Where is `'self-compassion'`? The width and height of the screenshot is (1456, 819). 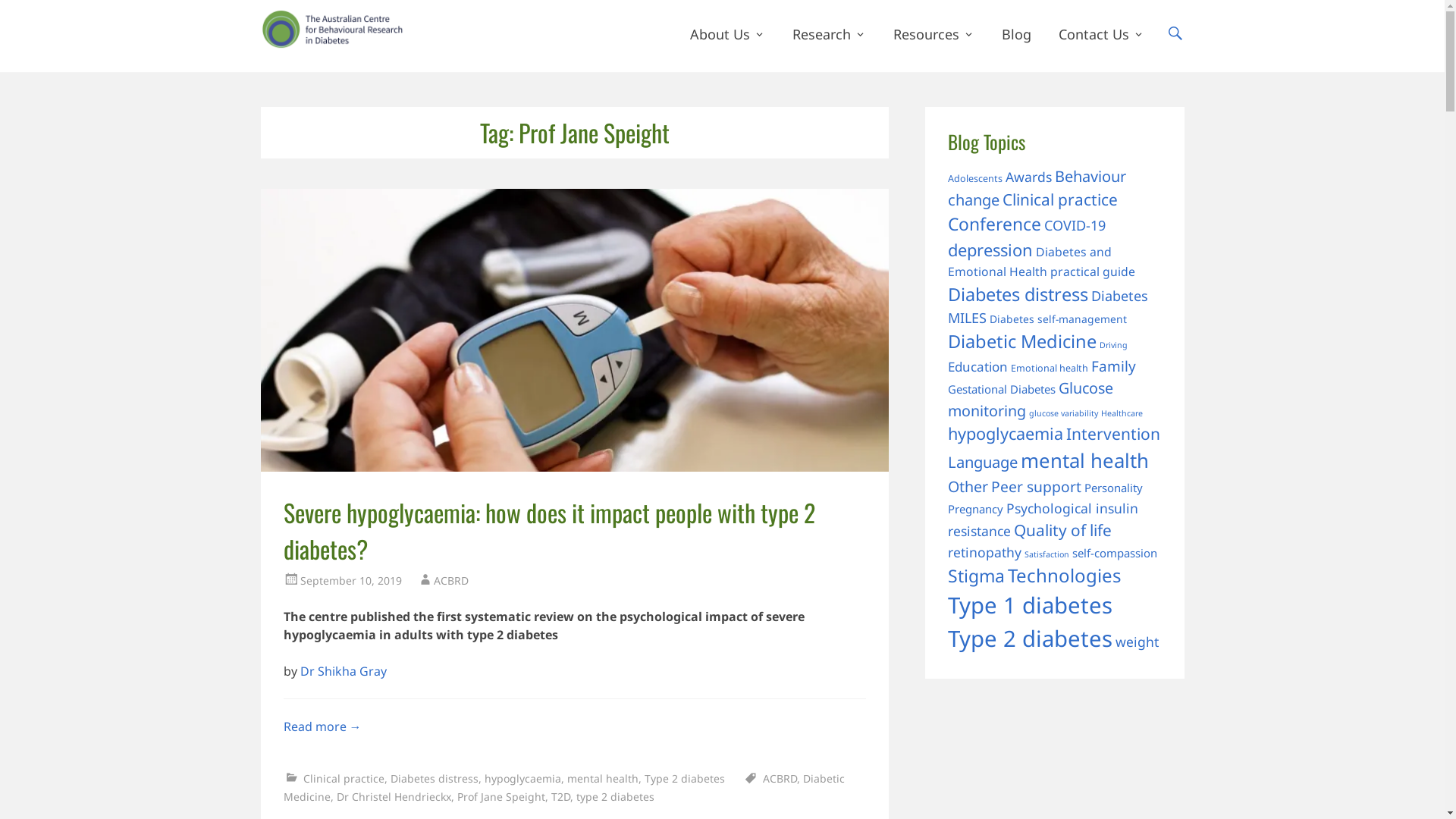
'self-compassion' is located at coordinates (1114, 553).